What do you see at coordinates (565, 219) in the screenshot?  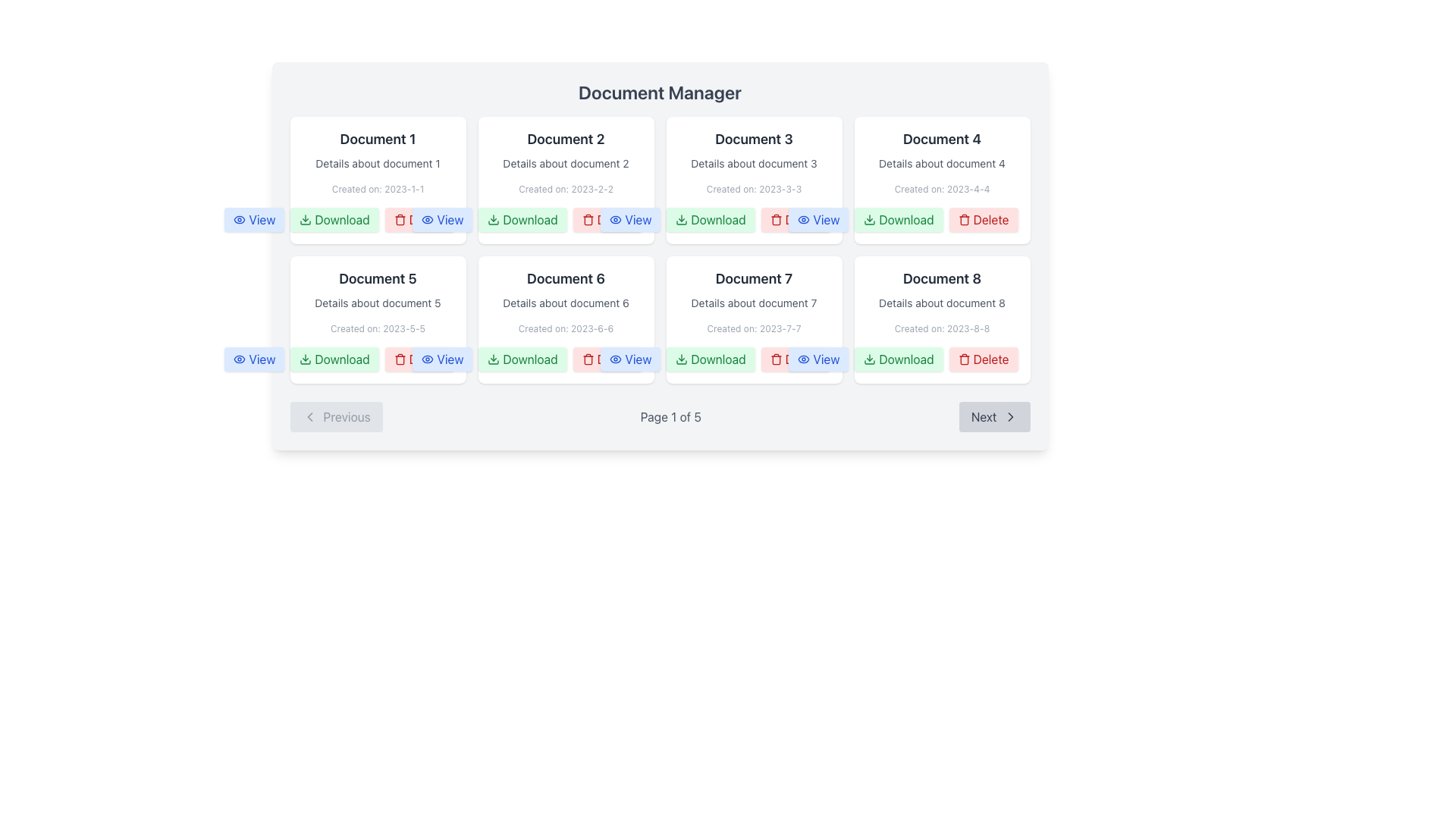 I see `the 'Download' button located at the bottom of the 'Document 2' card in the second column of the first row to download the document` at bounding box center [565, 219].